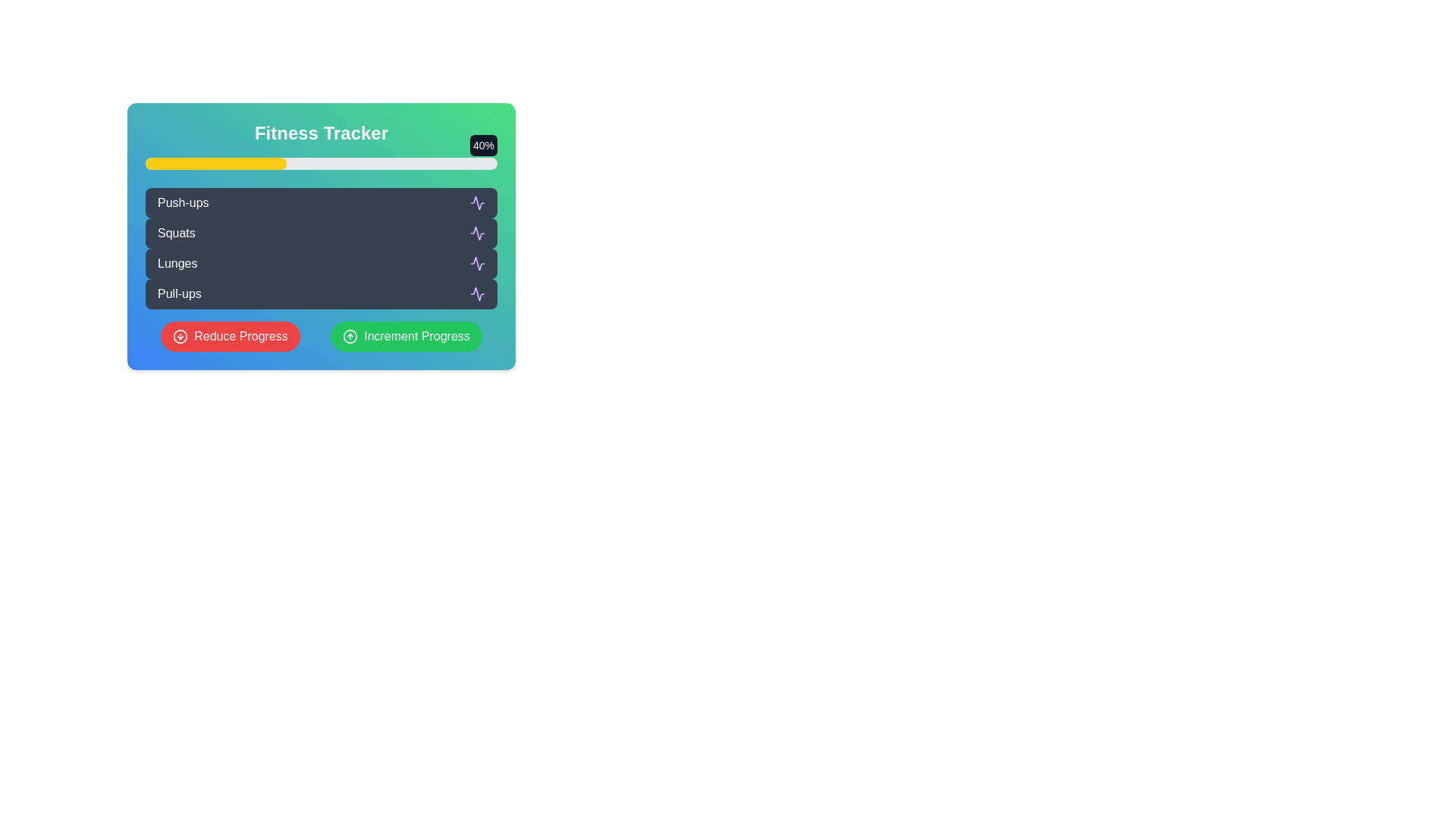  Describe the element at coordinates (320, 335) in the screenshot. I see `the button group containing the 'Reduce Progress' (red) and 'Increment Progress' (green) buttons` at that location.